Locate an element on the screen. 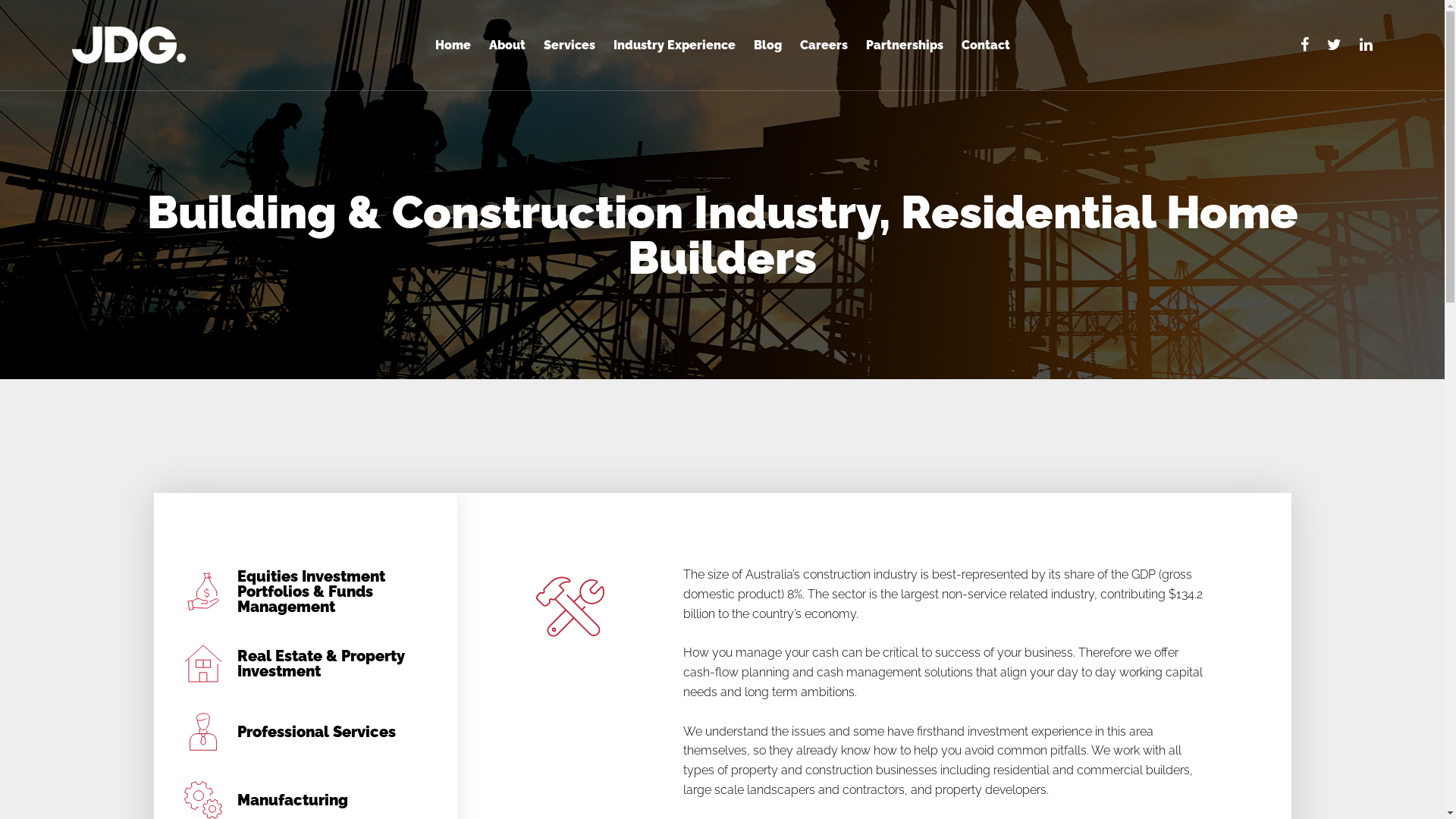  'About' is located at coordinates (506, 48).